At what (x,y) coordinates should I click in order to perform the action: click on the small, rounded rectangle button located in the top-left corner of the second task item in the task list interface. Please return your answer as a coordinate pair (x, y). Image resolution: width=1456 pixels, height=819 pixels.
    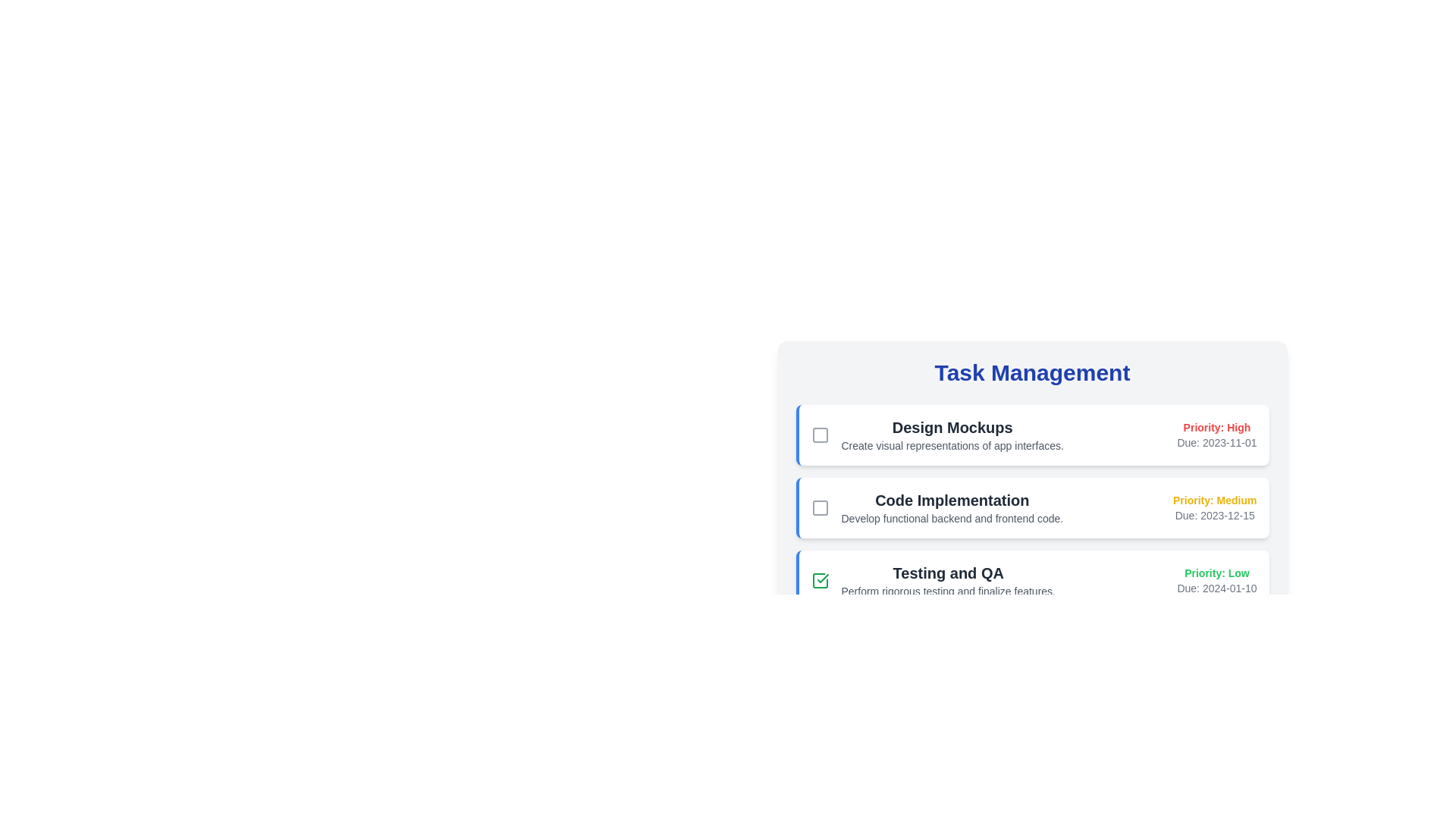
    Looking at the image, I should click on (819, 508).